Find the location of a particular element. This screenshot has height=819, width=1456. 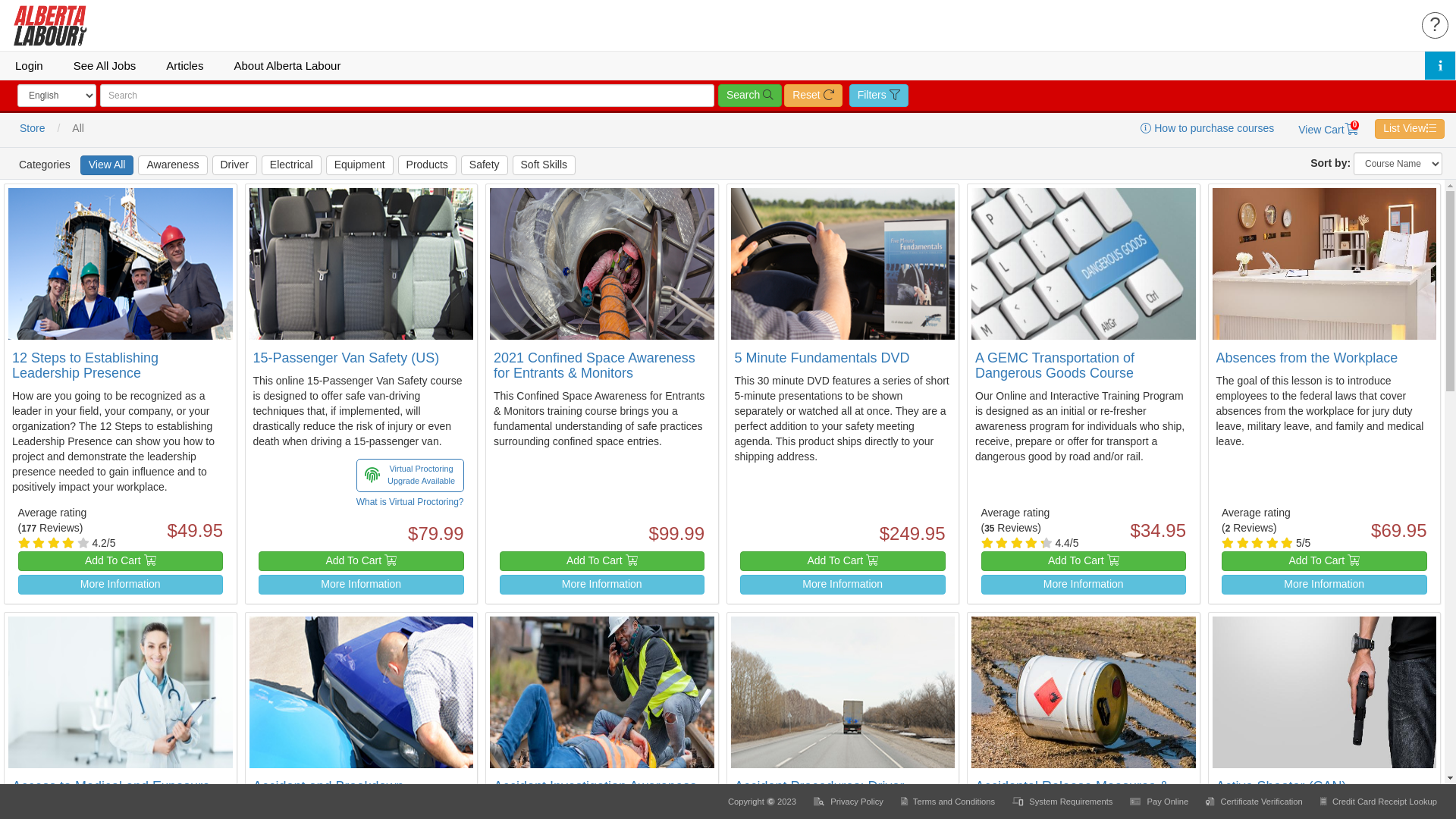

'15-Passenger Van Safety (US)' is located at coordinates (345, 357).